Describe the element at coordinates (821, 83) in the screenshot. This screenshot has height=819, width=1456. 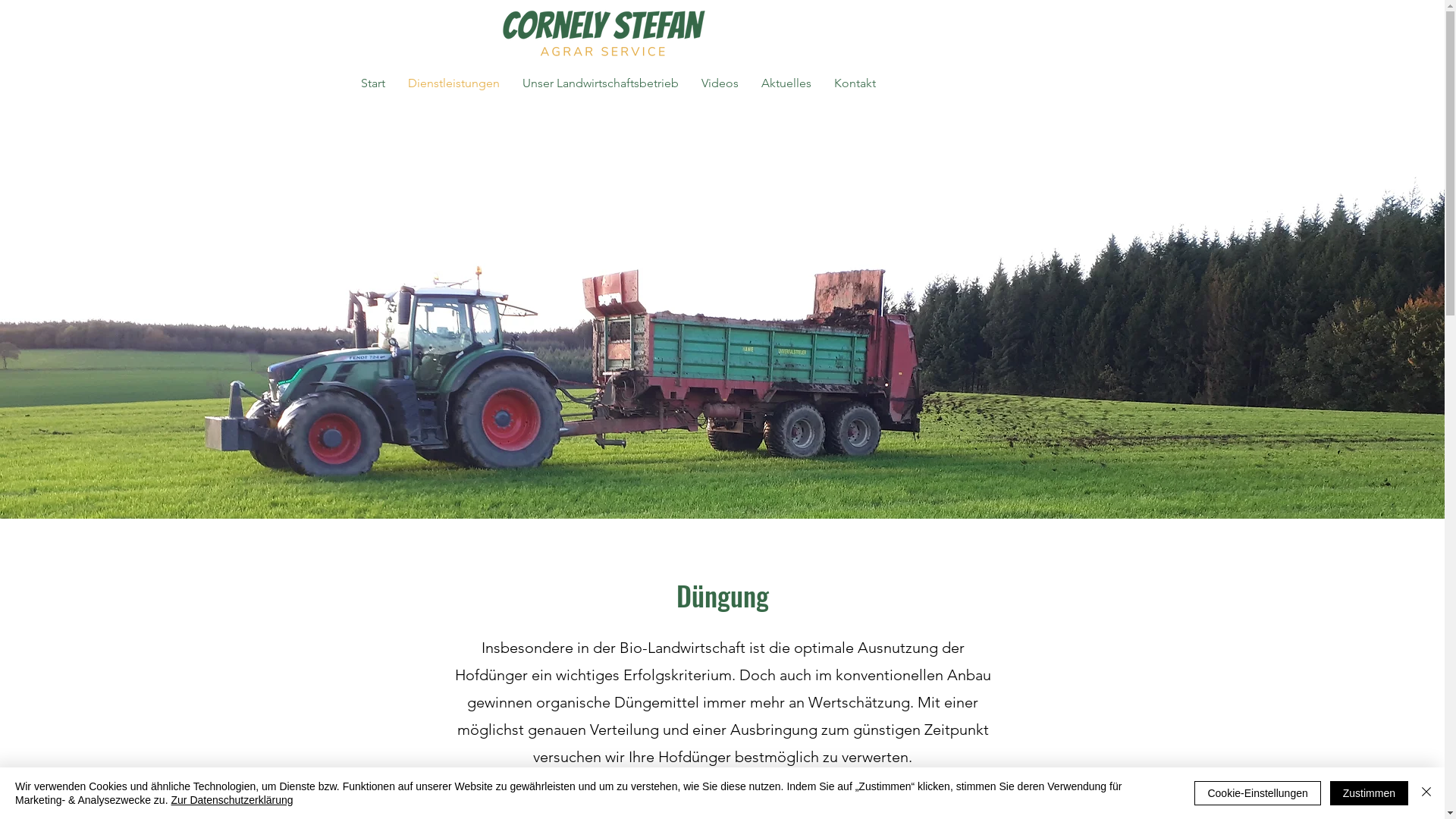
I see `'Kontakt'` at that location.